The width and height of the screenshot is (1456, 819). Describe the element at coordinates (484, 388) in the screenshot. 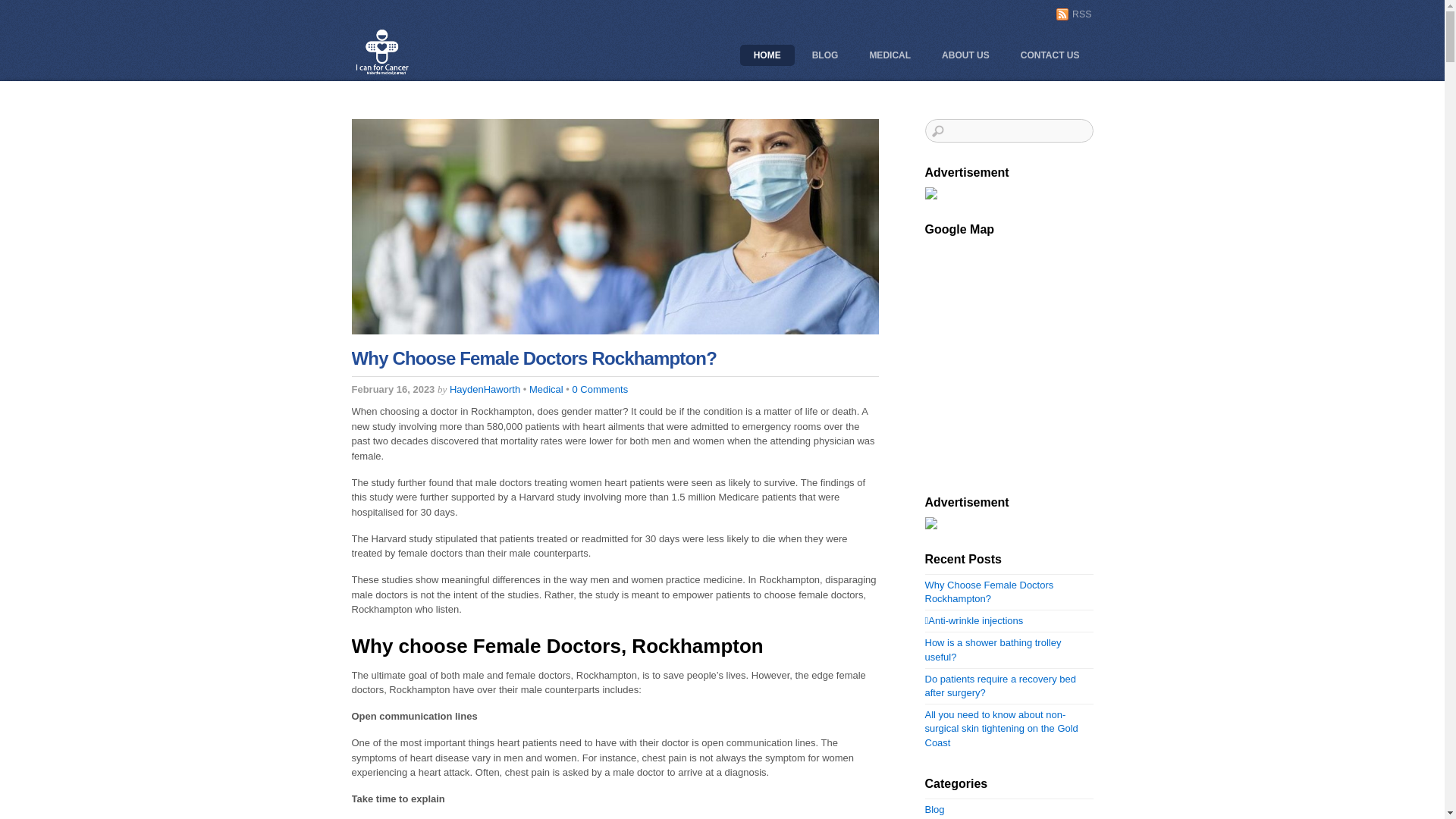

I see `'HaydenHaworth'` at that location.